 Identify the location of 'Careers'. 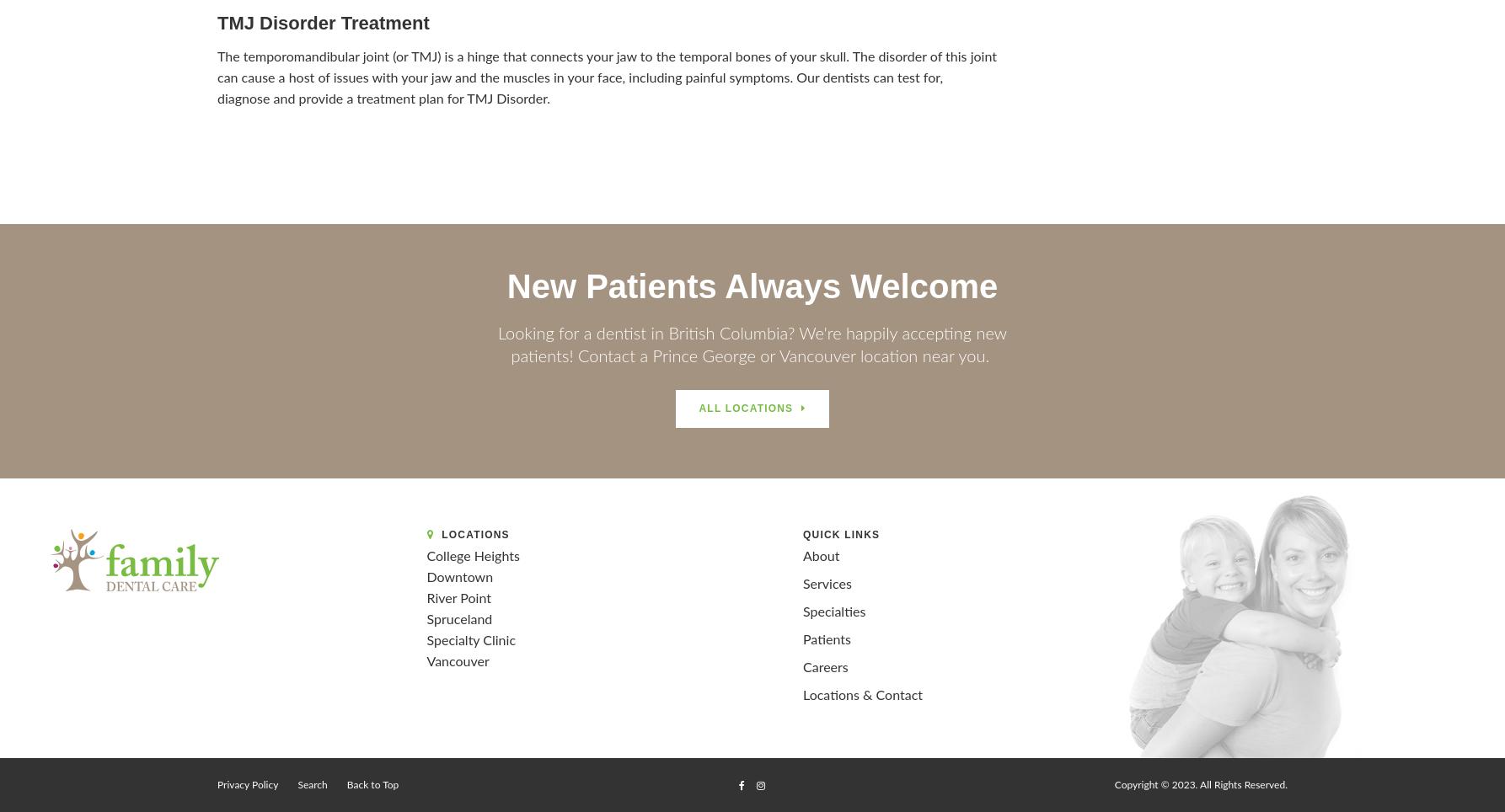
(803, 667).